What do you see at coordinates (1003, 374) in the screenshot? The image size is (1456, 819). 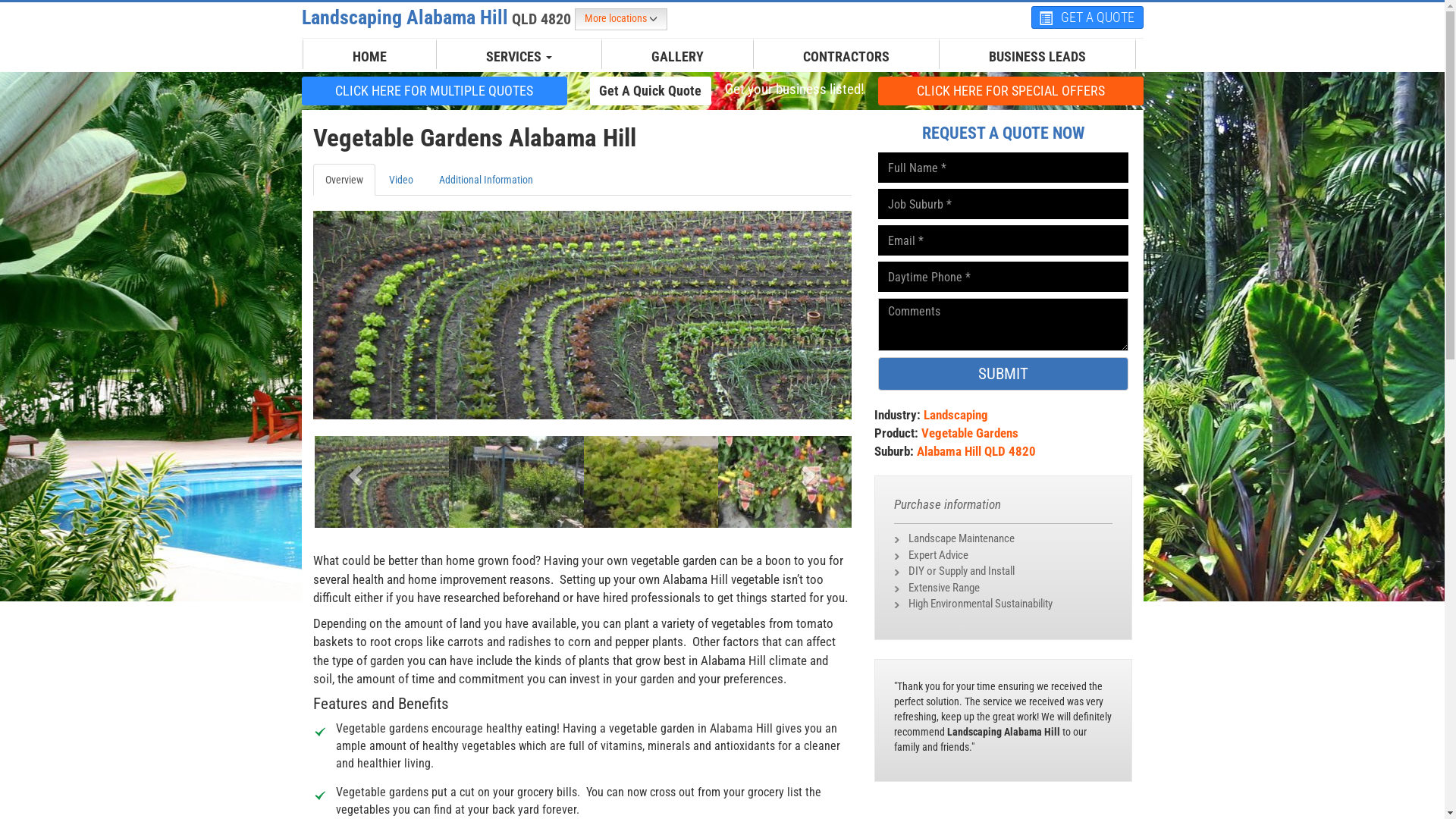 I see `'SUBMIT'` at bounding box center [1003, 374].